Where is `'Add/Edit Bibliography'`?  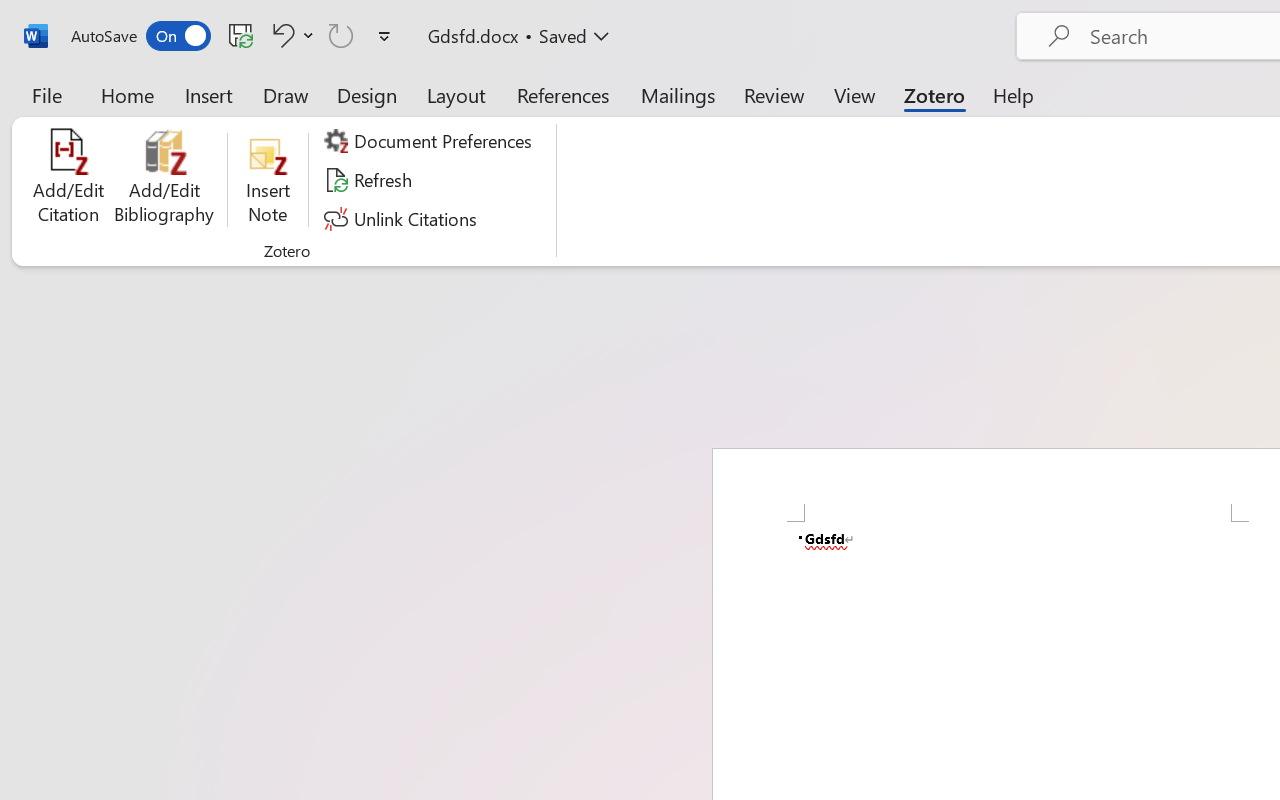
'Add/Edit Bibliography' is located at coordinates (164, 179).